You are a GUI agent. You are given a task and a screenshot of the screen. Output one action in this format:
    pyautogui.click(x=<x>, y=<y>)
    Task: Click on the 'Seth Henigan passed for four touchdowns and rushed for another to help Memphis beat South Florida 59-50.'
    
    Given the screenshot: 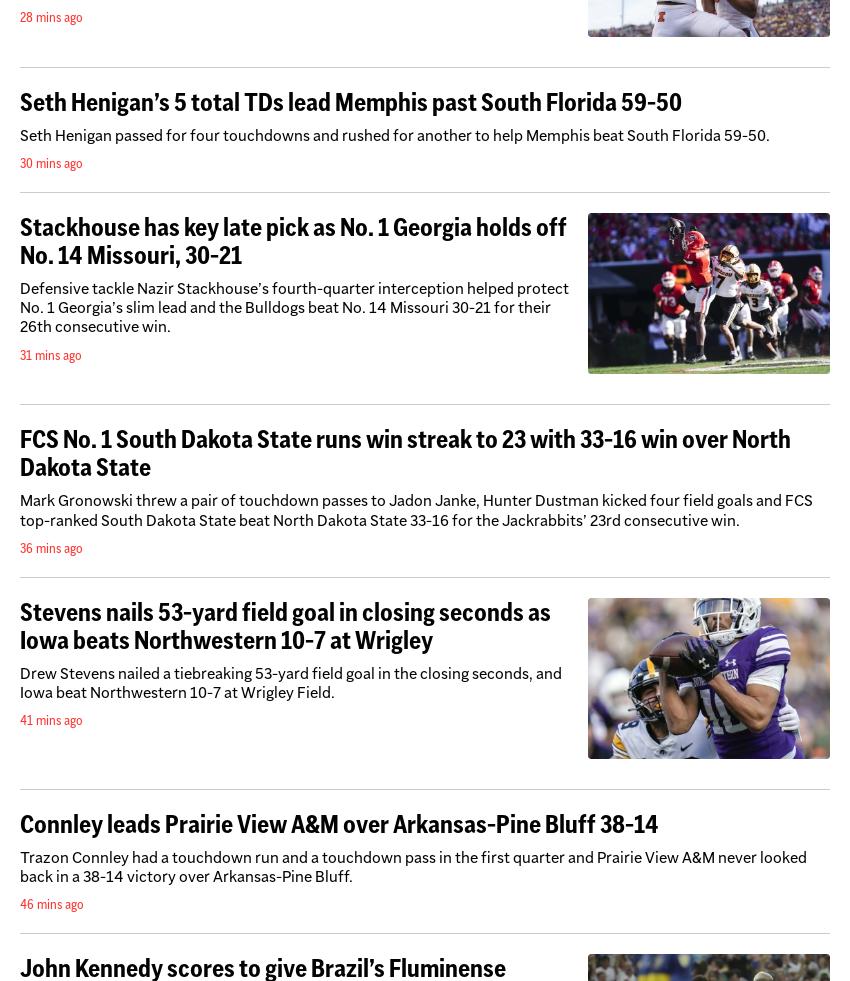 What is the action you would take?
    pyautogui.click(x=394, y=134)
    